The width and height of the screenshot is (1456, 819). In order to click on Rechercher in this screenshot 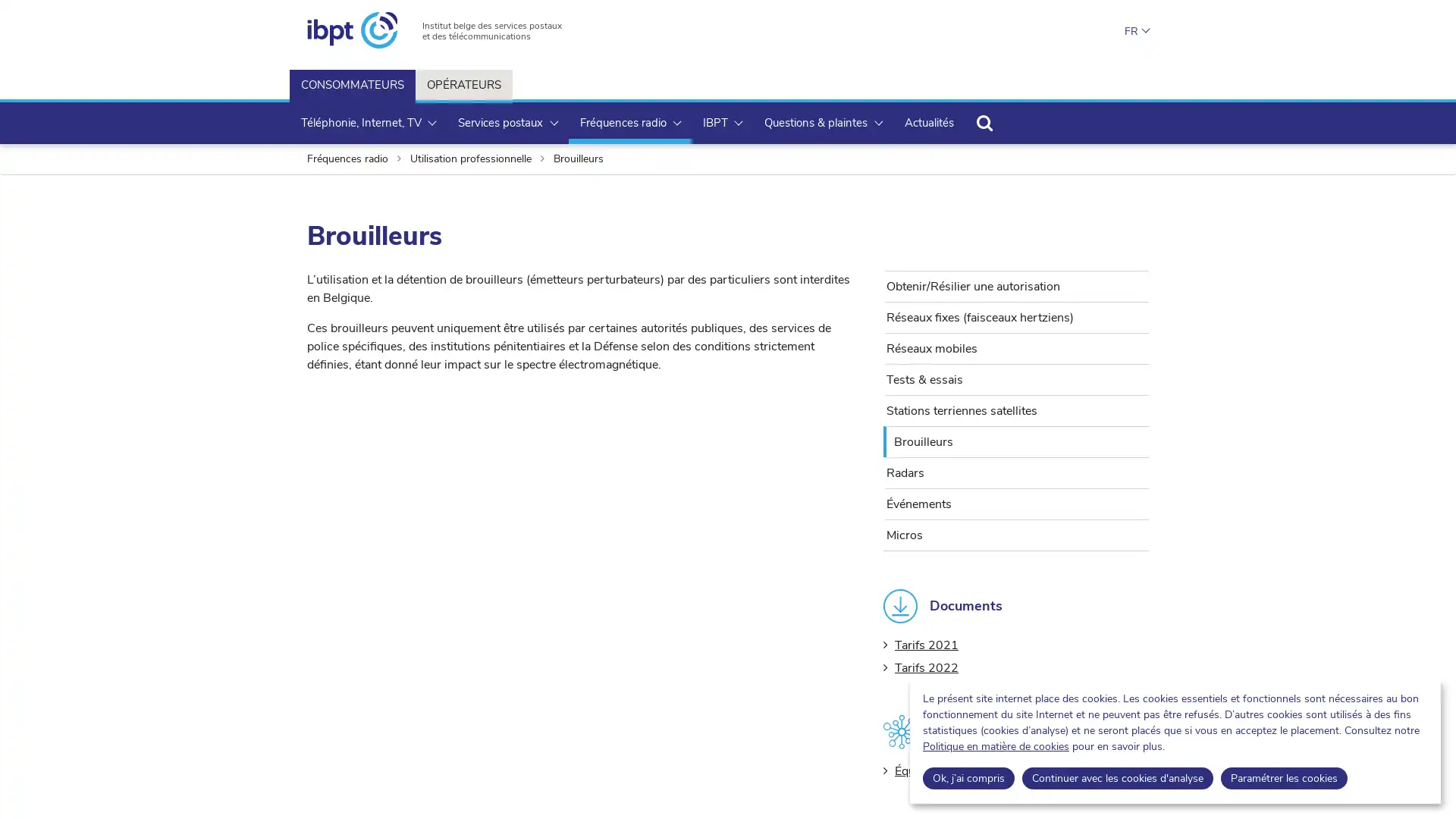, I will do `click(985, 122)`.